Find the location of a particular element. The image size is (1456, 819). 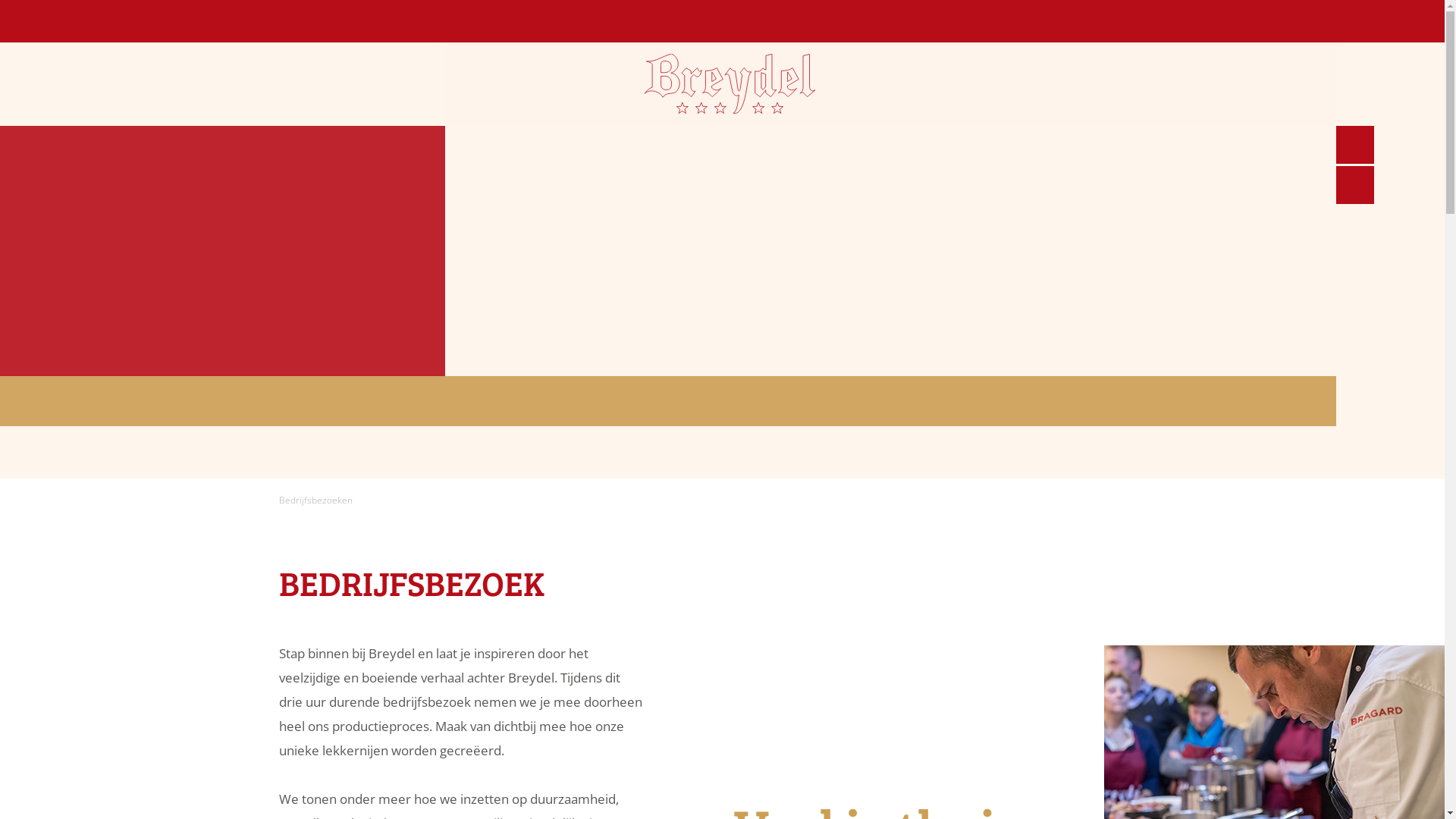

'Bedrijfsbezoeken' is located at coordinates (315, 500).